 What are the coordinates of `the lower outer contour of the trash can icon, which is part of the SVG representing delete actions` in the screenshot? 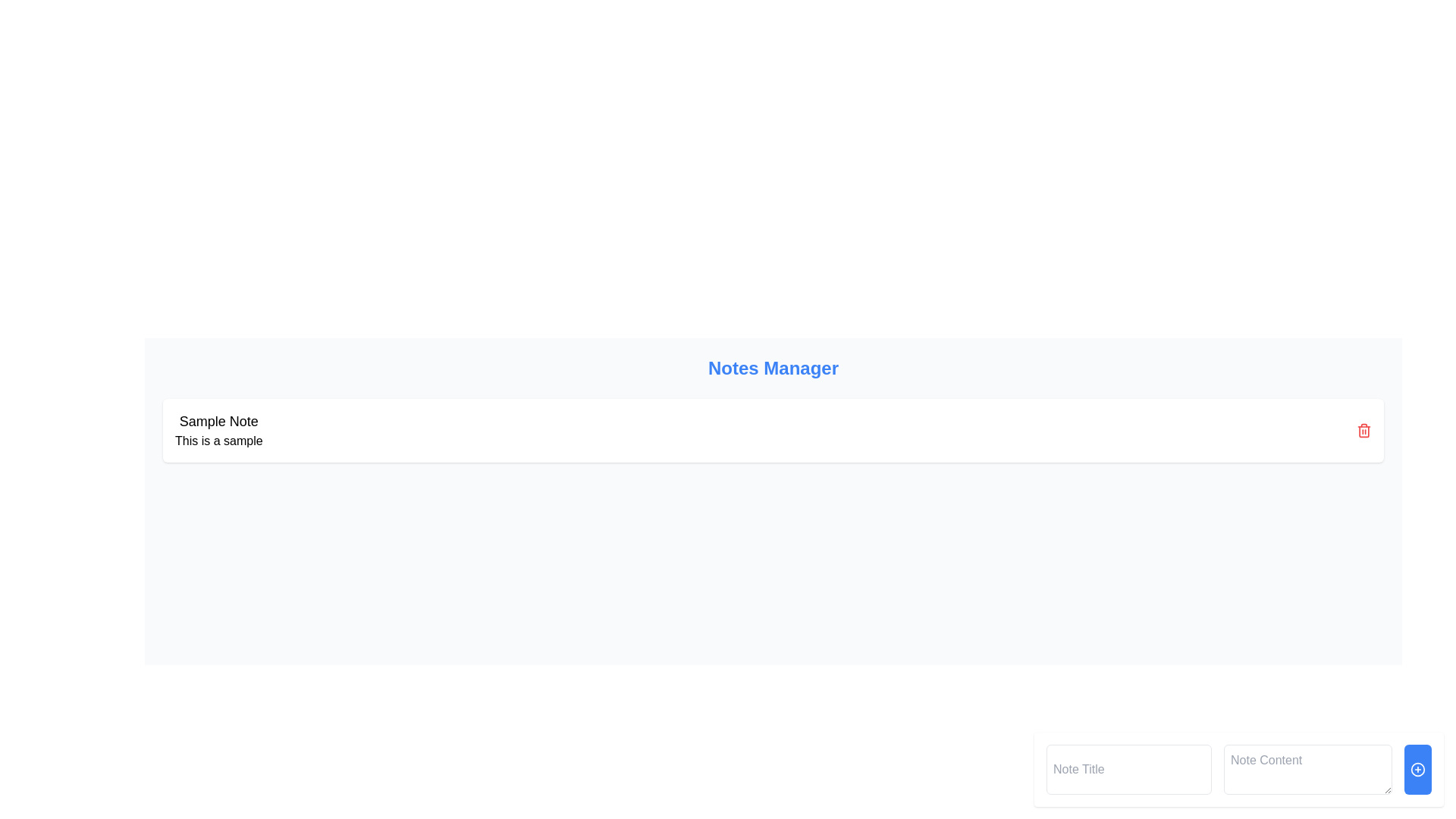 It's located at (1364, 431).